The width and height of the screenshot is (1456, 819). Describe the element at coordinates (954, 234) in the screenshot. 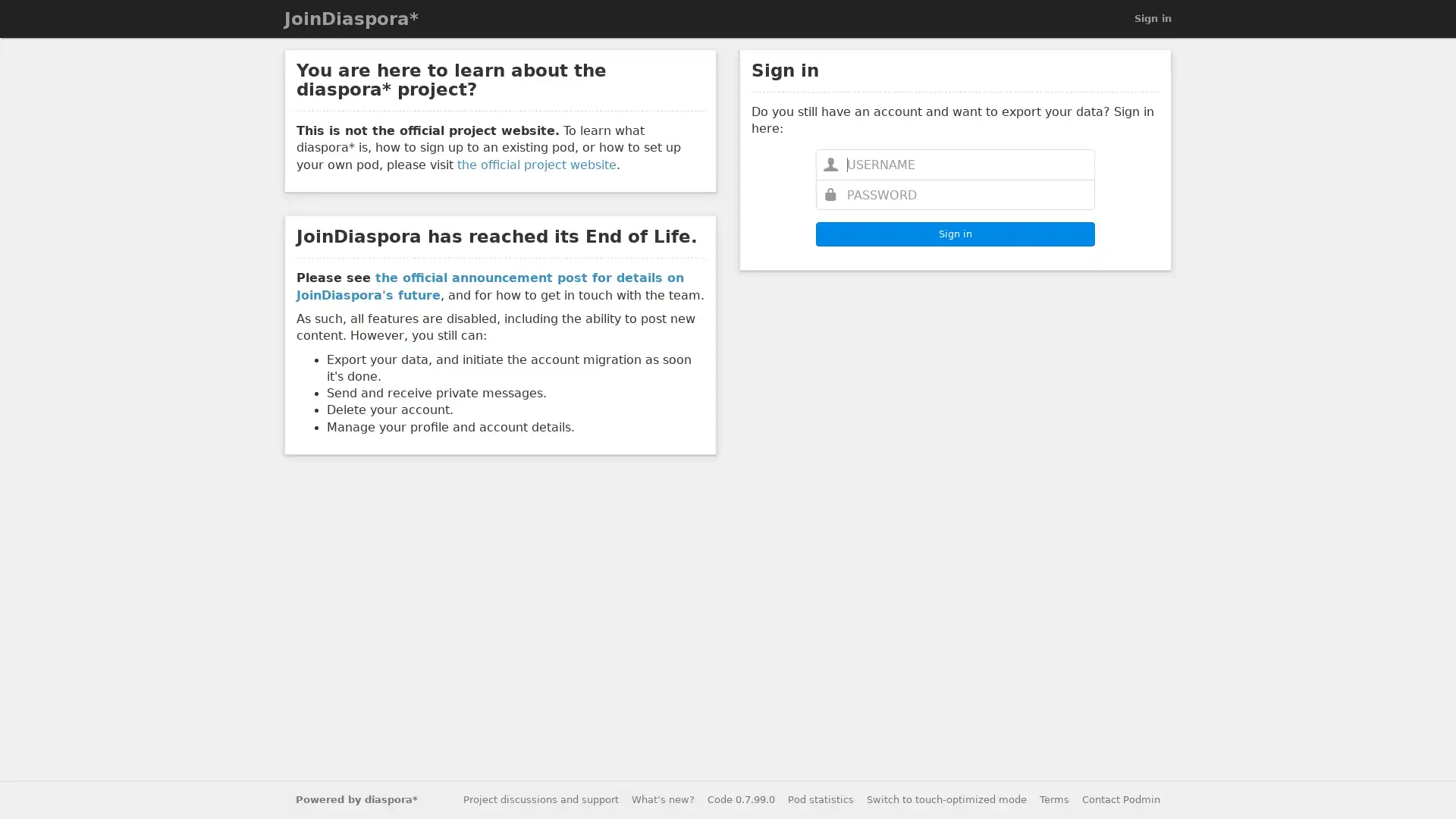

I see `Sign in` at that location.